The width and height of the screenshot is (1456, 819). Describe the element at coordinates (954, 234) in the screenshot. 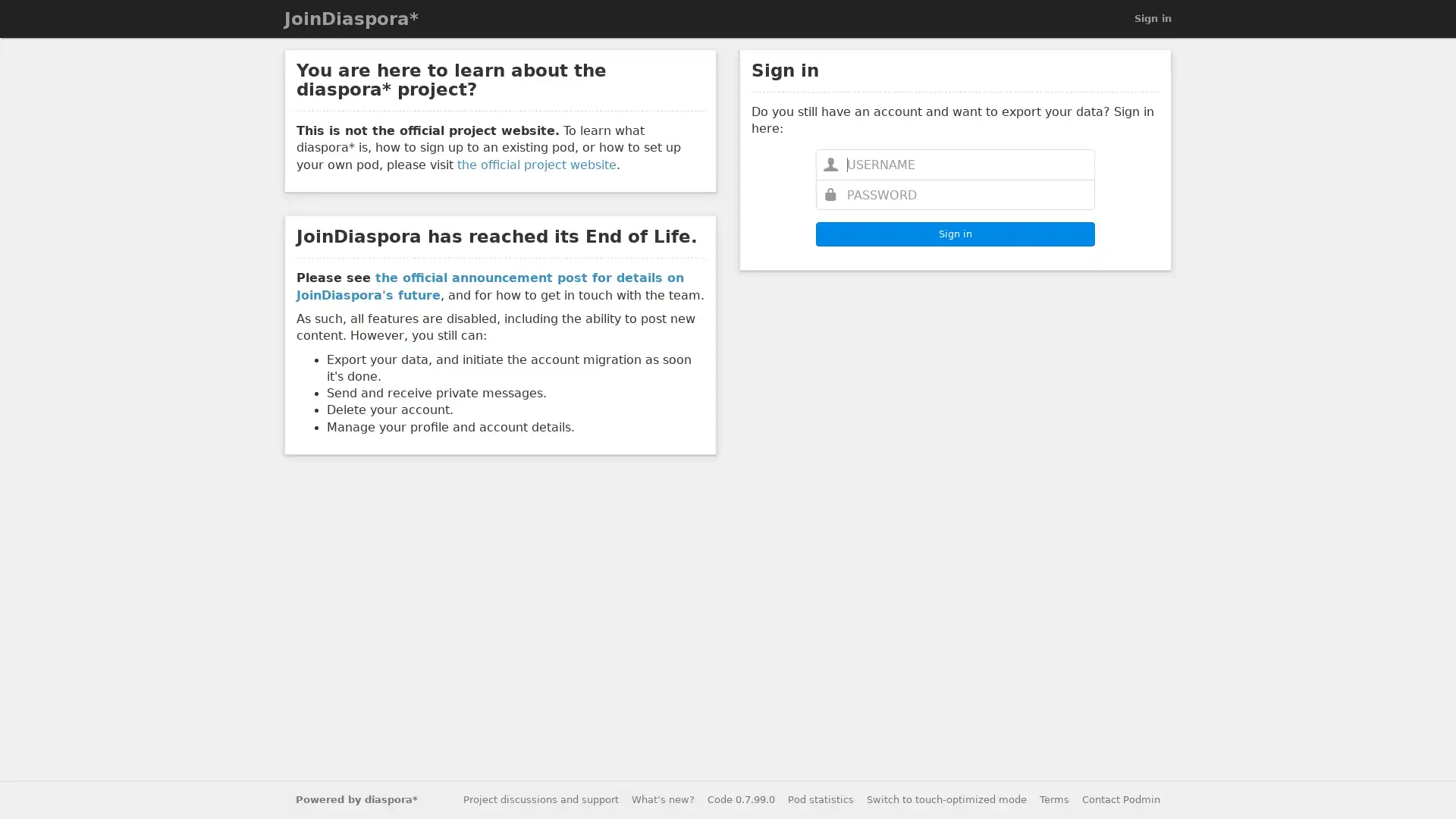

I see `Sign in` at that location.